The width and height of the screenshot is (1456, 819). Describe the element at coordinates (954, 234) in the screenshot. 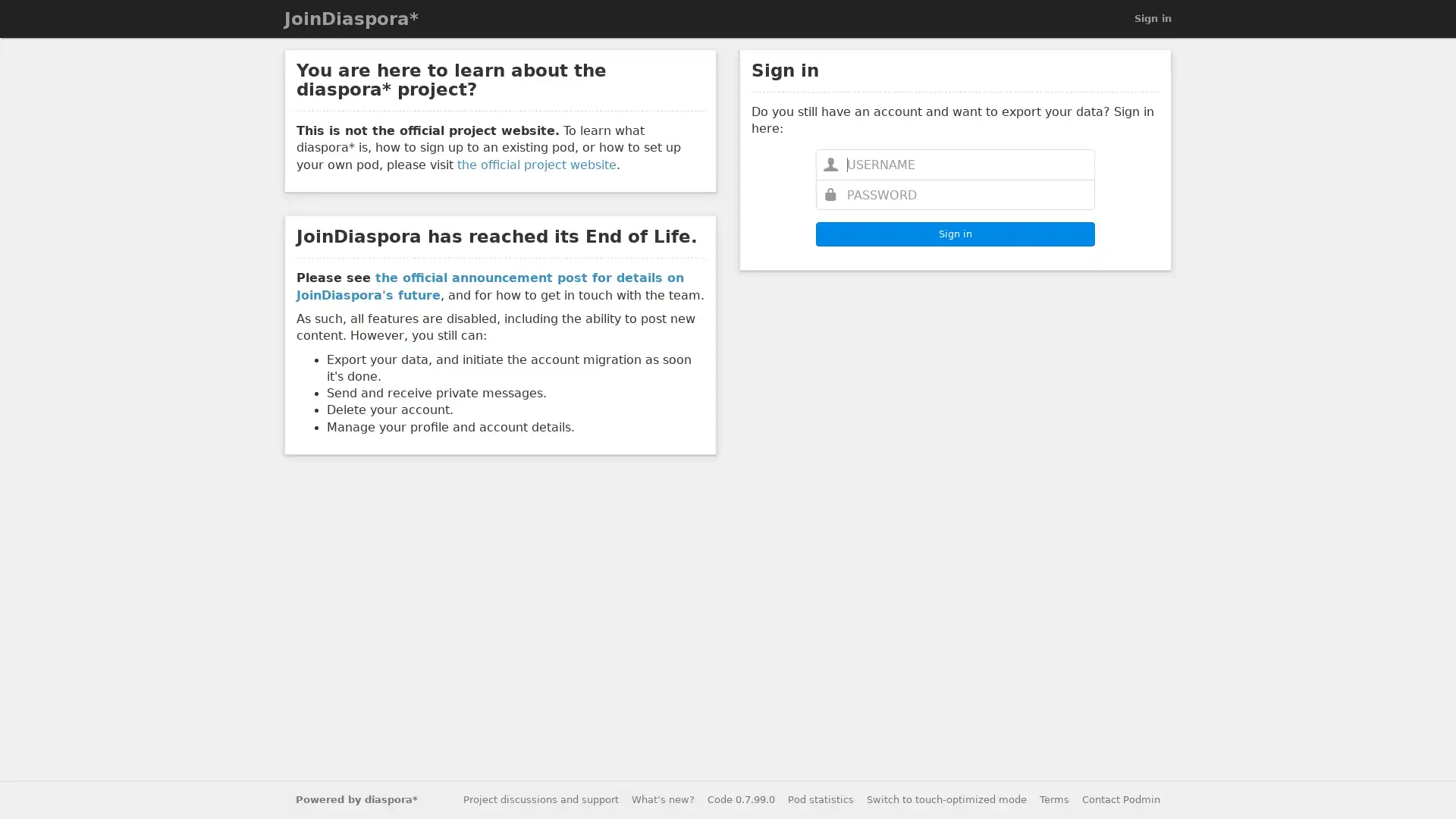

I see `Sign in` at that location.